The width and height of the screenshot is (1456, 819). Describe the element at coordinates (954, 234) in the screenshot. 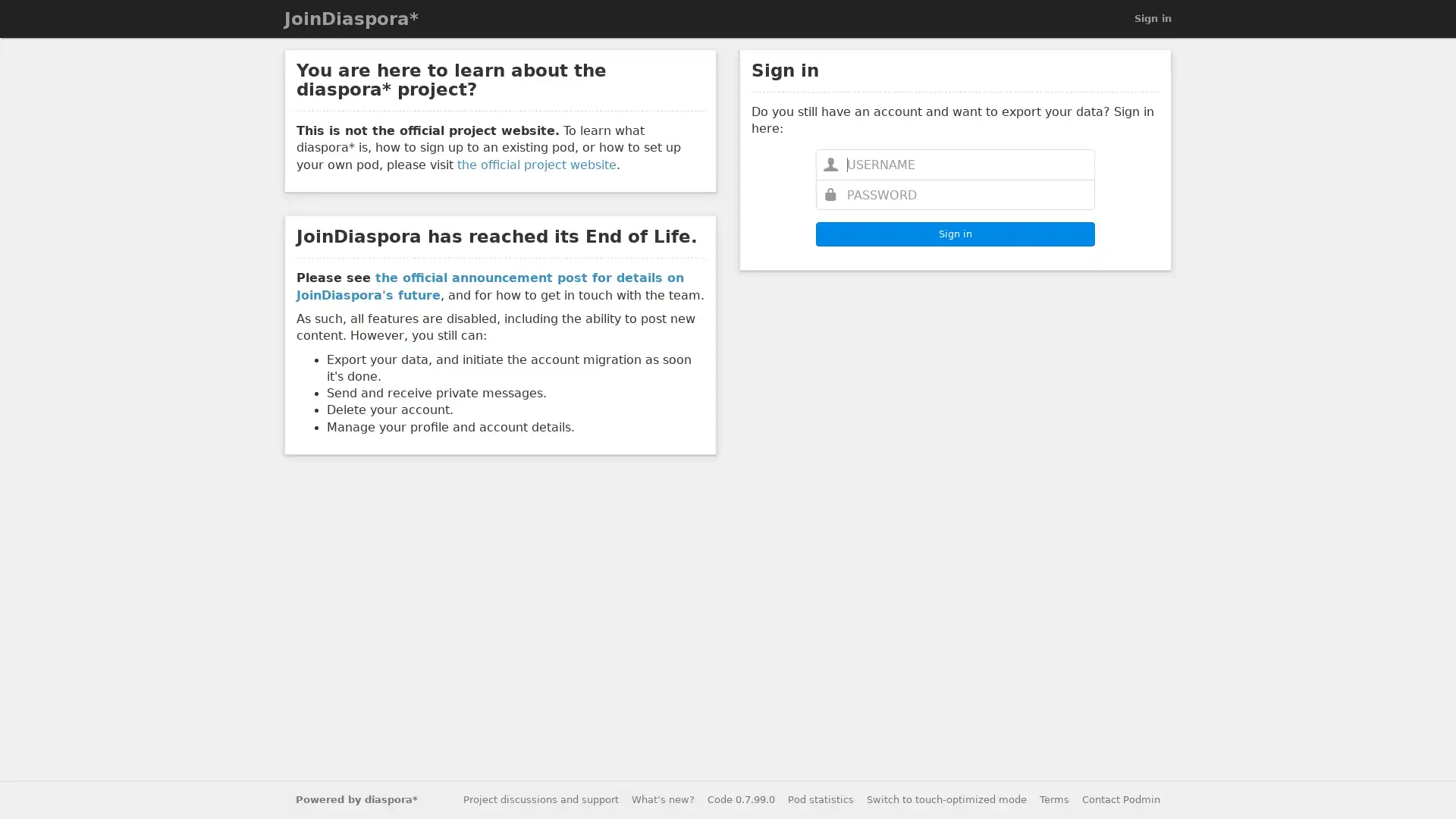

I see `Sign in` at that location.